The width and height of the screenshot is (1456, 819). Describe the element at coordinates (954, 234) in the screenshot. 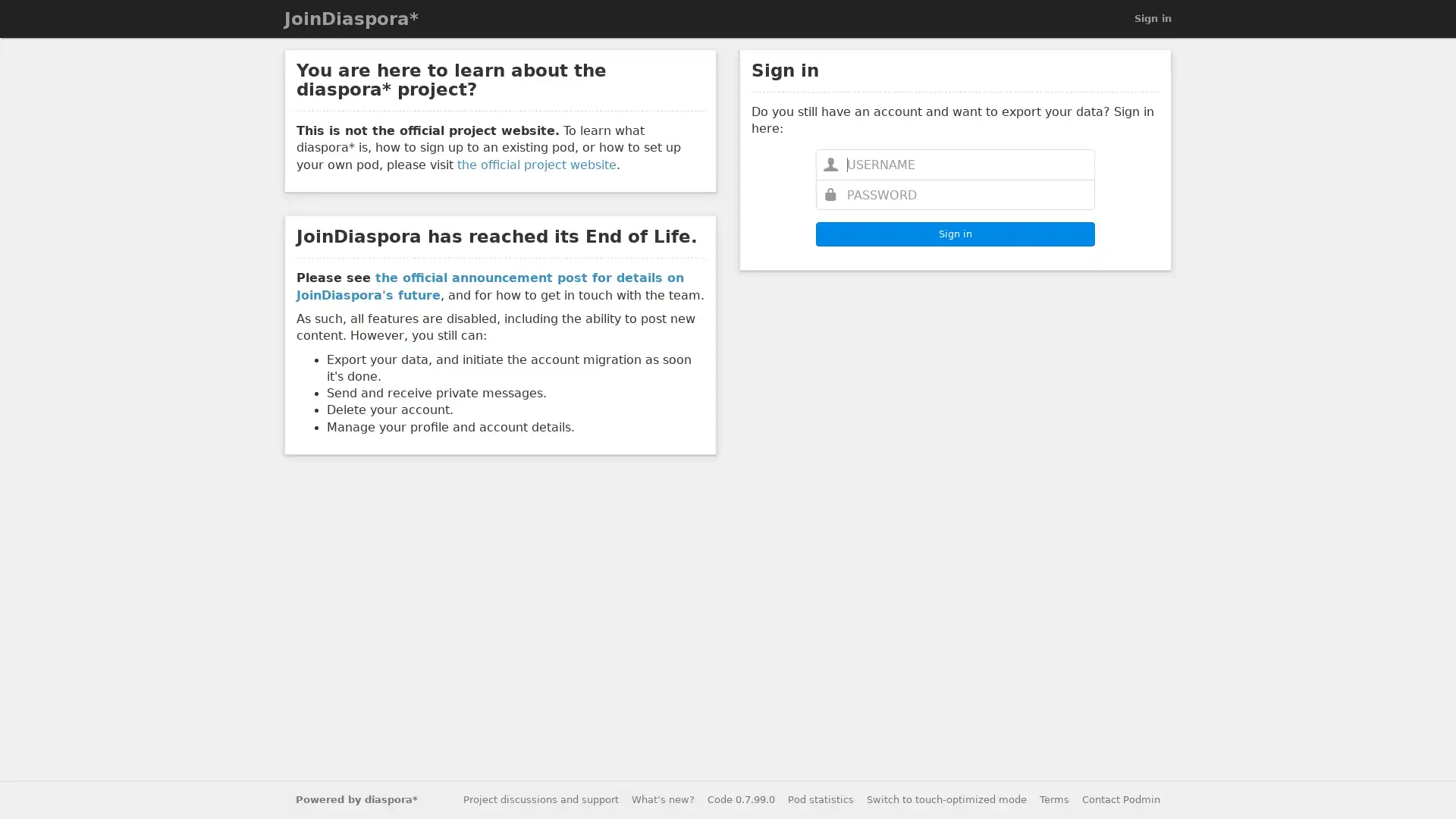

I see `Sign in` at that location.